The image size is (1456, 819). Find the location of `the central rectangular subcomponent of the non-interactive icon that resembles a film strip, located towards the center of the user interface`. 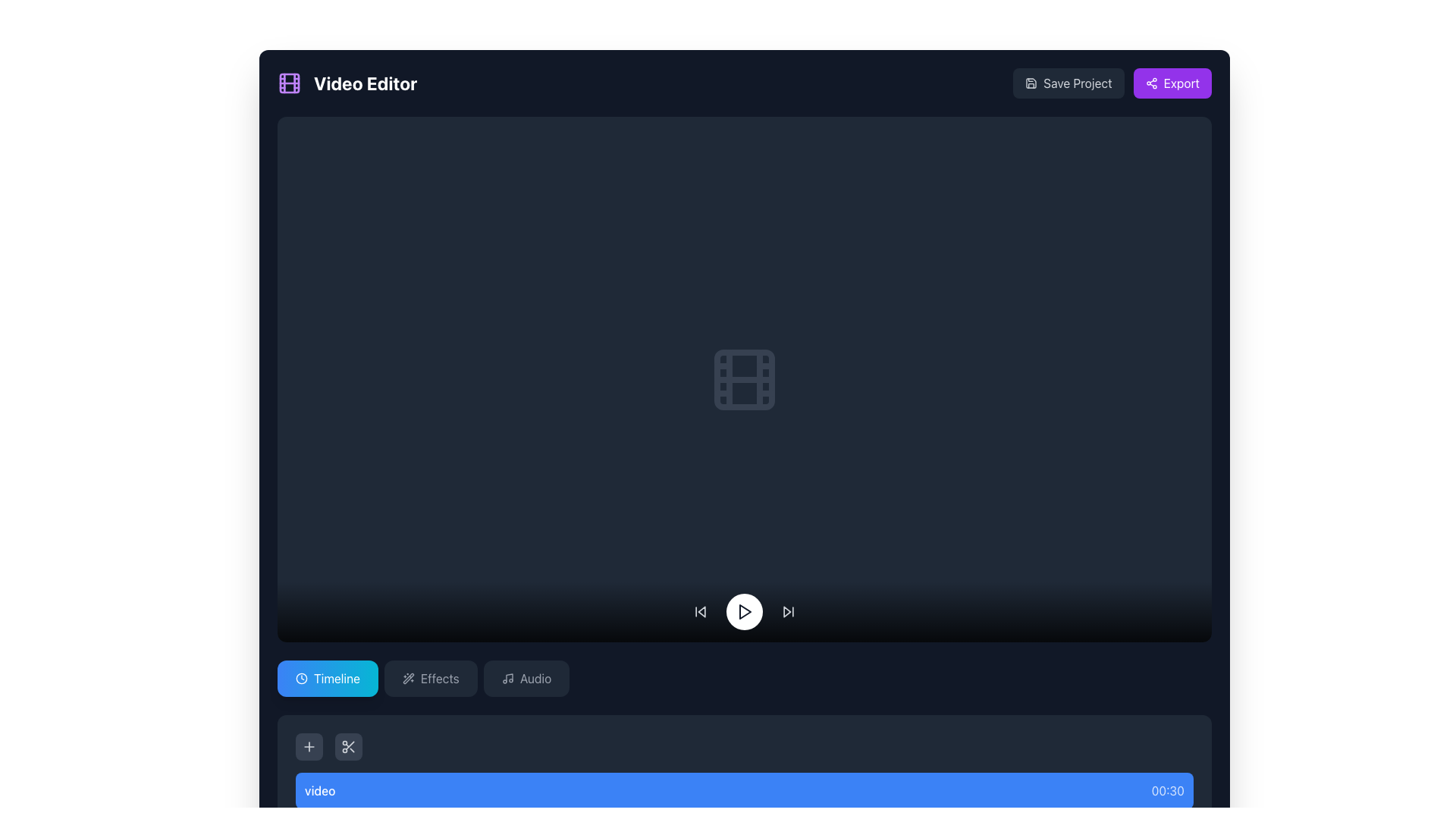

the central rectangular subcomponent of the non-interactive icon that resembles a film strip, located towards the center of the user interface is located at coordinates (745, 378).